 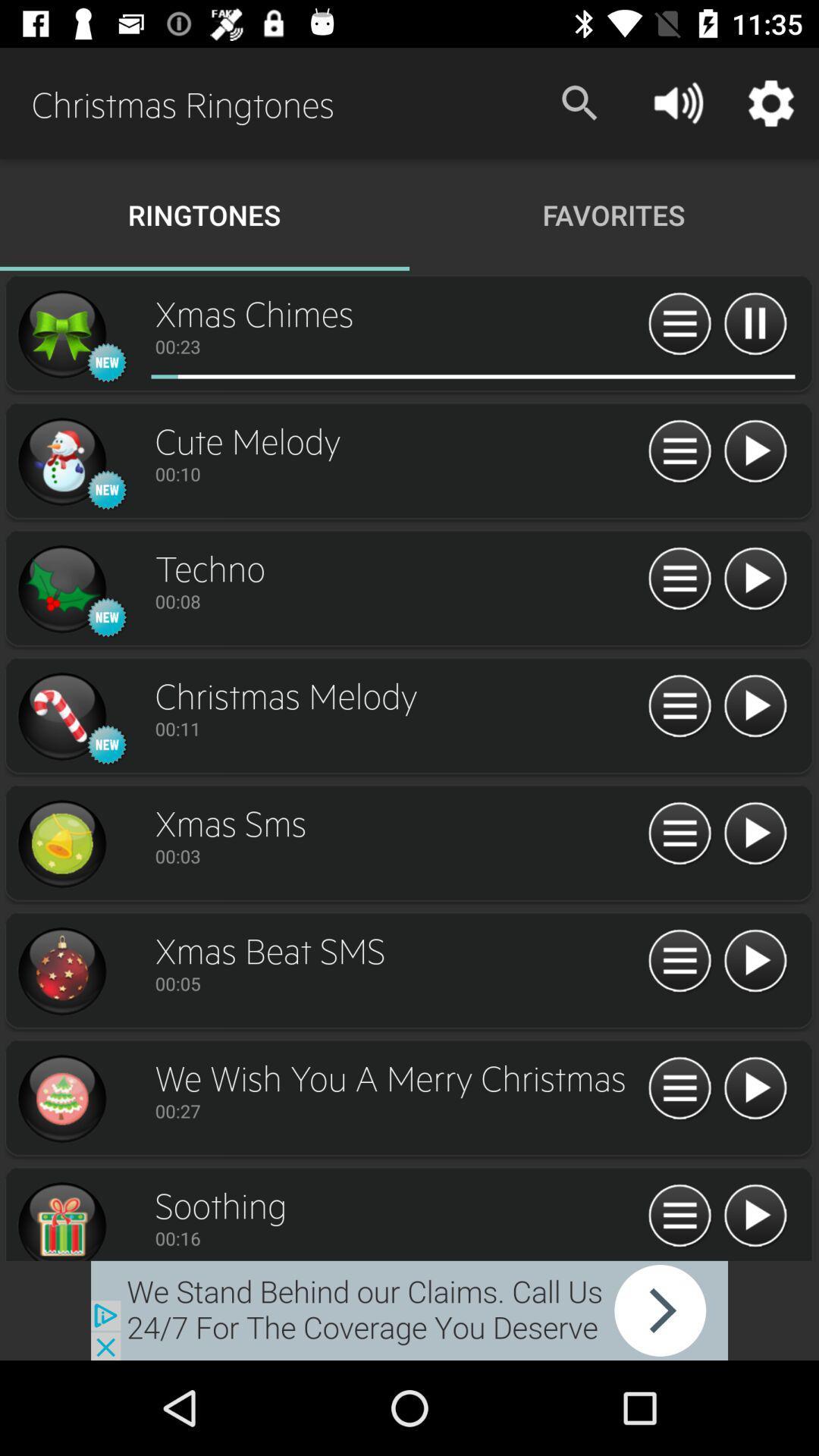 What do you see at coordinates (61, 588) in the screenshot?
I see `explore techno option` at bounding box center [61, 588].